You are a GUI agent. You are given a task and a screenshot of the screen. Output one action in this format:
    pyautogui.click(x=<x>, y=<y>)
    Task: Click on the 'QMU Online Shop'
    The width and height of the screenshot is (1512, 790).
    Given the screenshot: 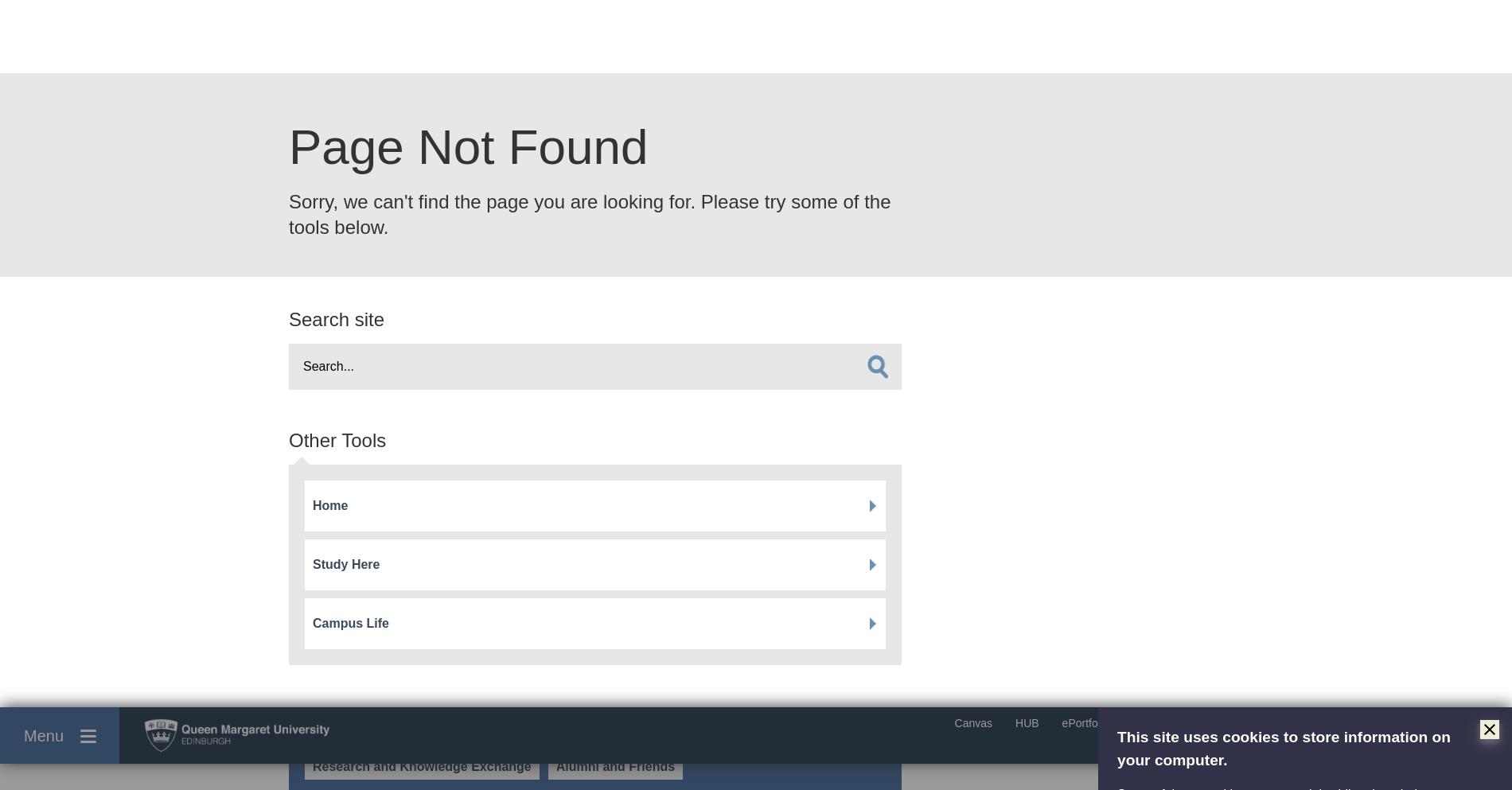 What is the action you would take?
    pyautogui.click(x=1044, y=680)
    